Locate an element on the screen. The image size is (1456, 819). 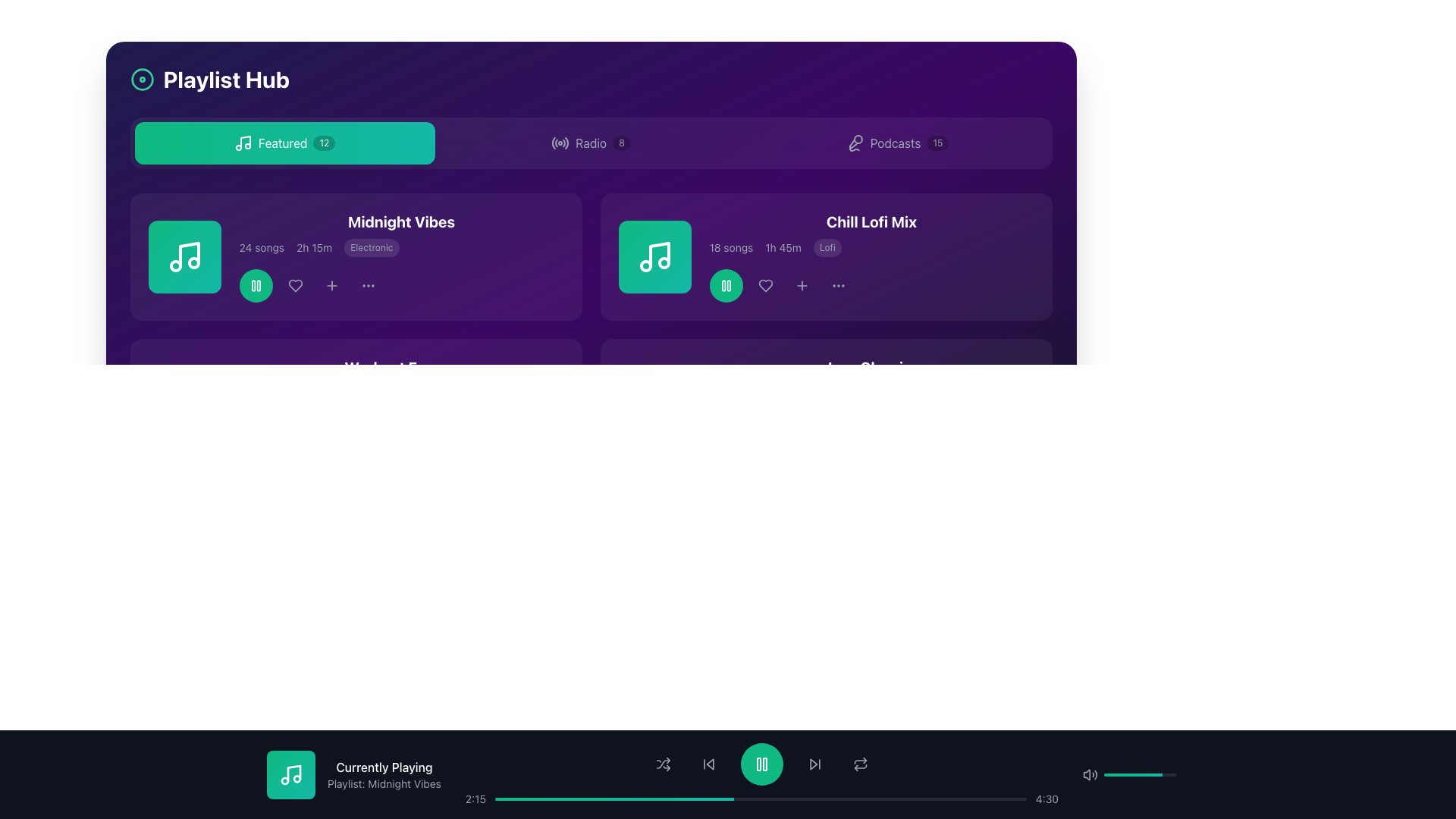
the first button in the horizontal navigation bar is located at coordinates (284, 143).